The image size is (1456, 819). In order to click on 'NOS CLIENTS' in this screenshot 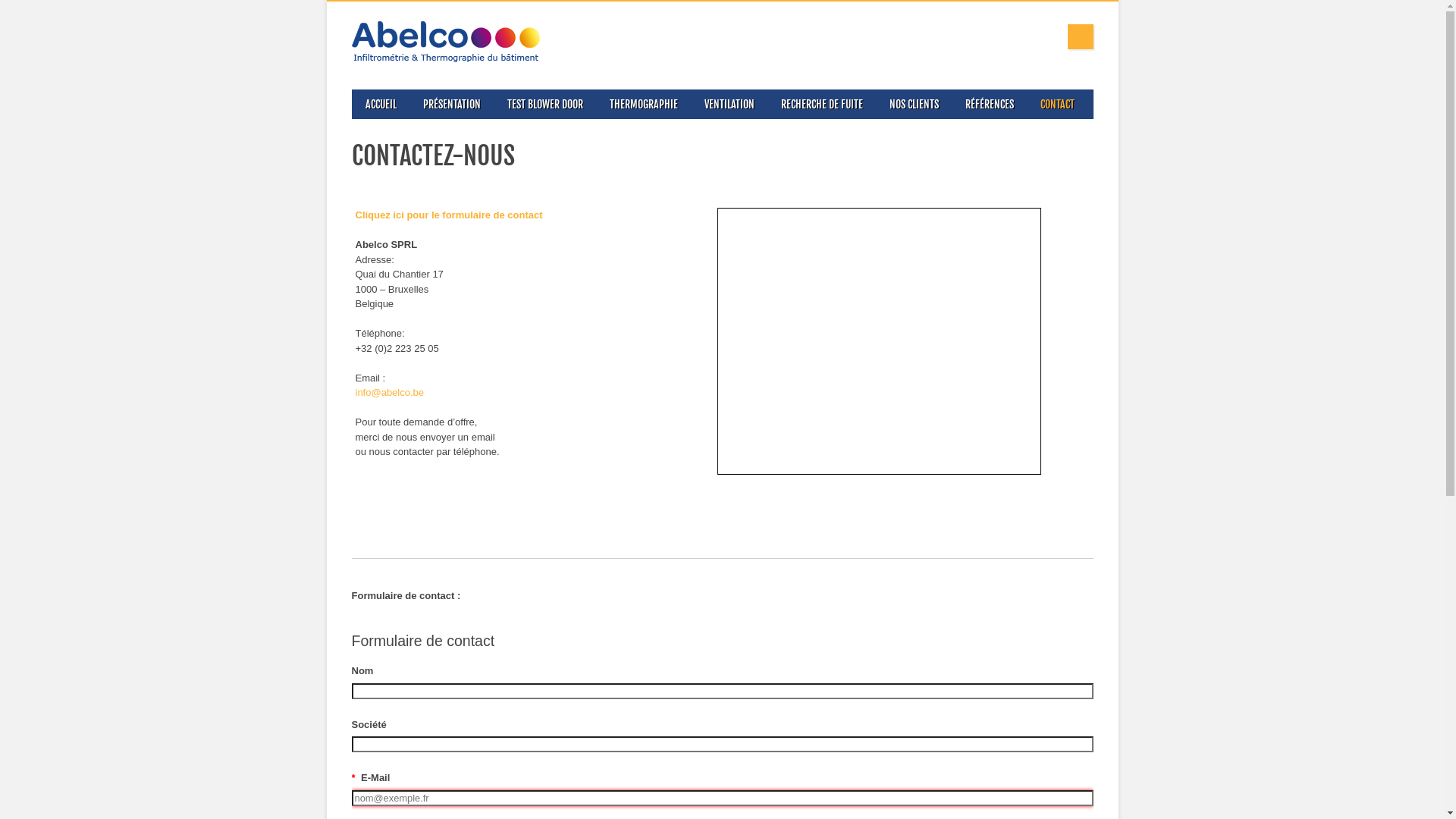, I will do `click(874, 104)`.